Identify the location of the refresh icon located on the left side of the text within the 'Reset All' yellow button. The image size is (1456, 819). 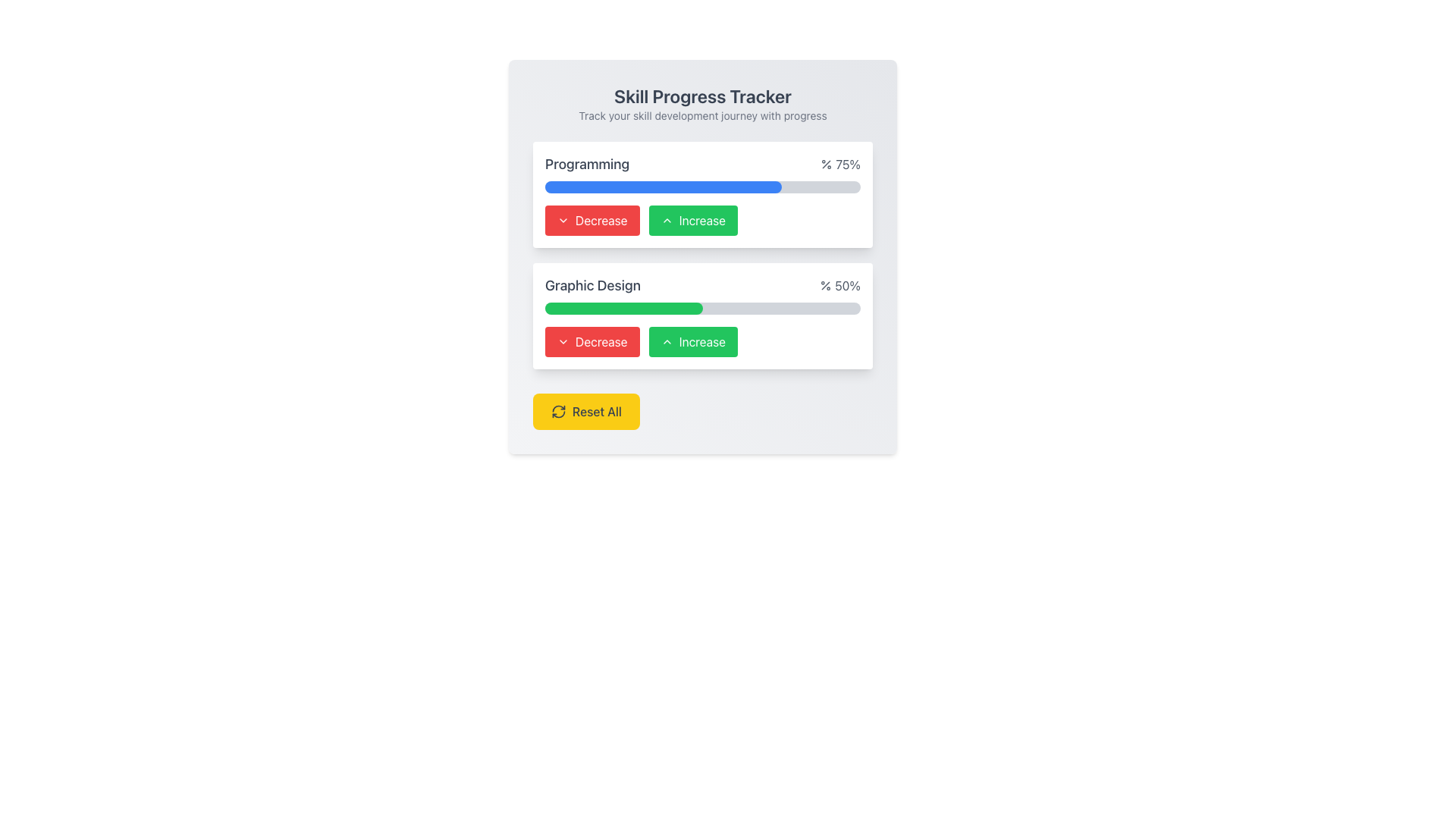
(558, 412).